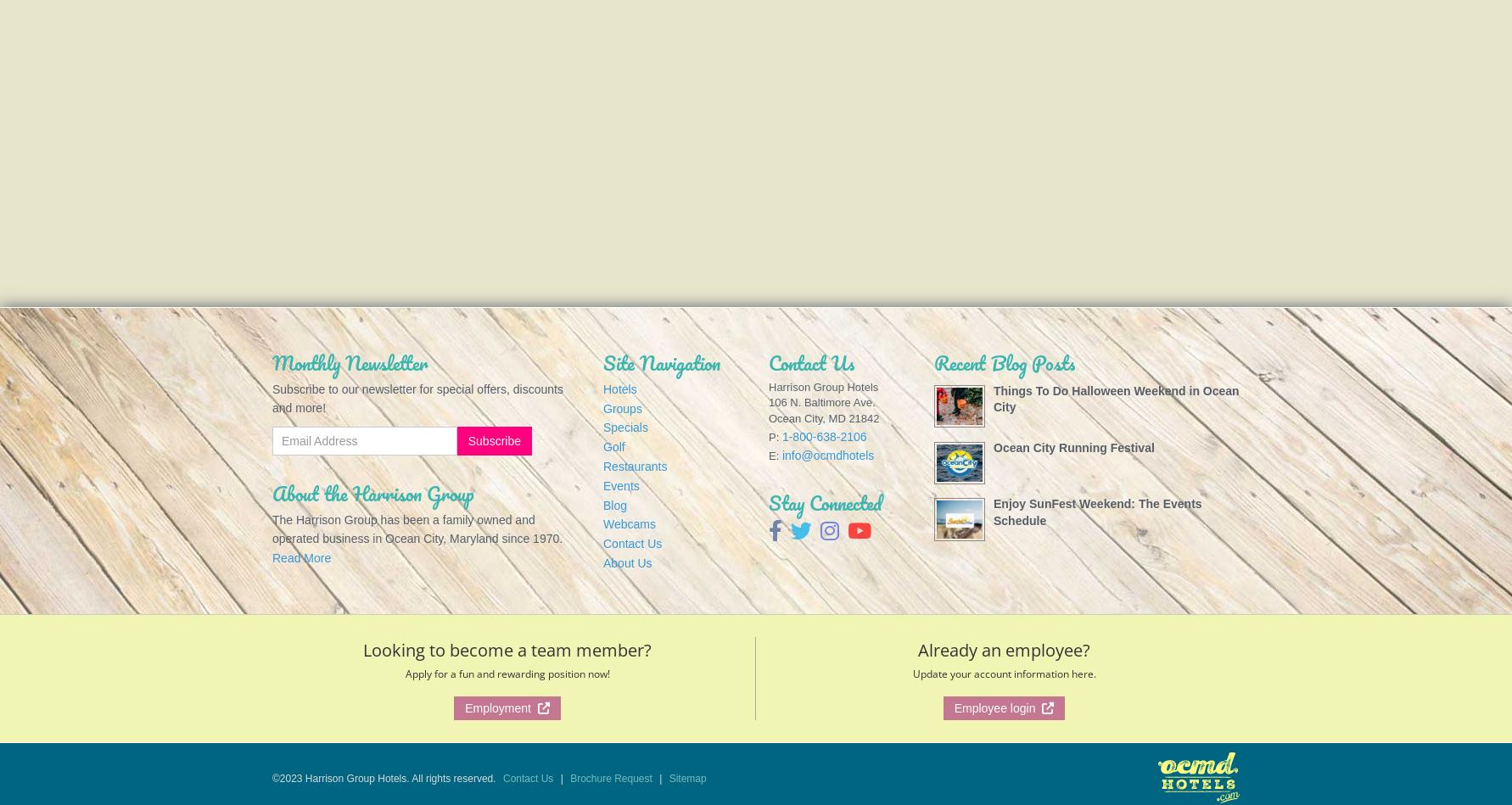 This screenshot has width=1512, height=805. I want to click on 'The Harrison Group has been a family owned and operated business in Ocean City, Maryland since 1970.', so click(417, 528).